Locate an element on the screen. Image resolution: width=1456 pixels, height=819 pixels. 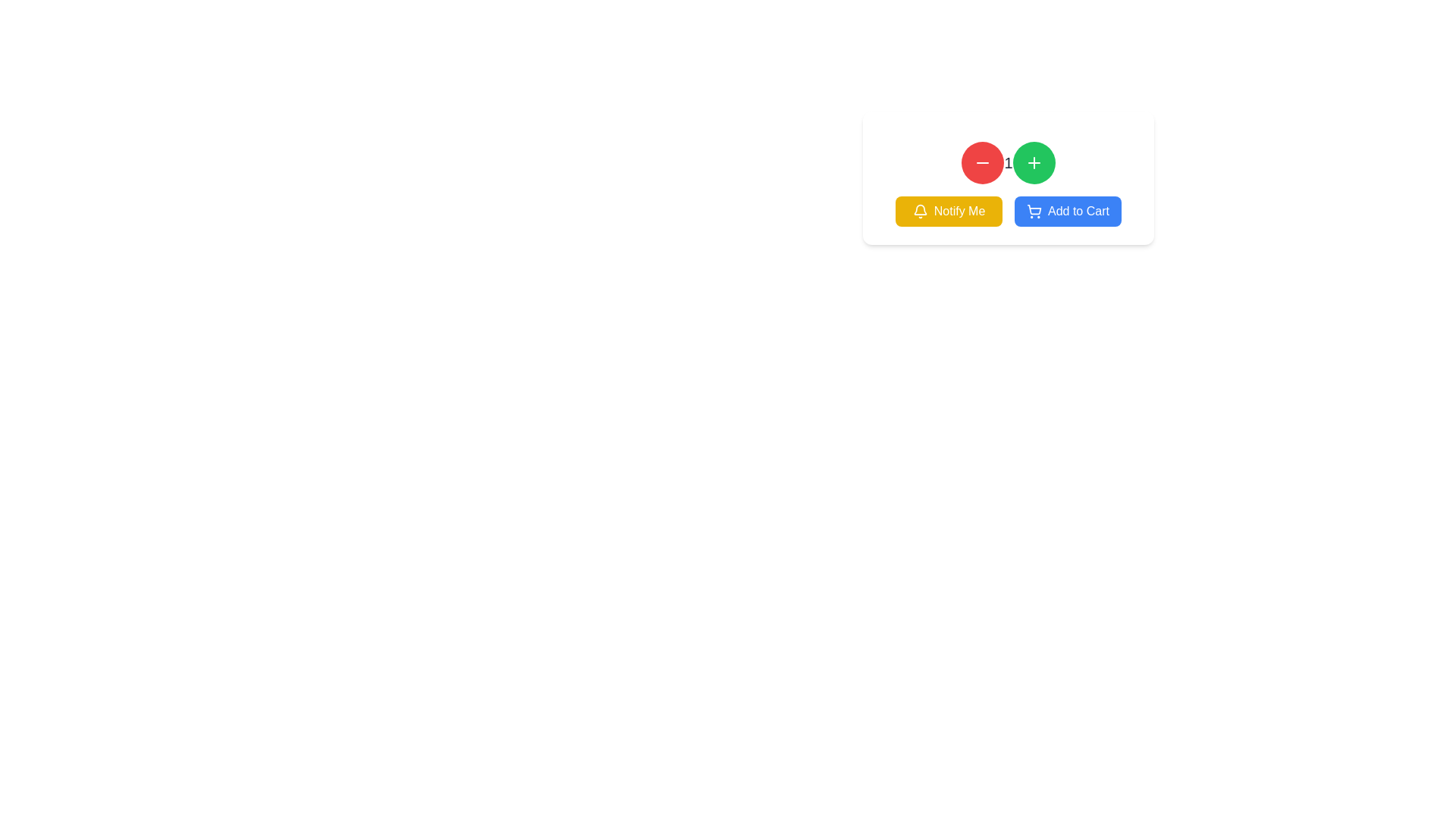
the notification icon located on the left side of the 'Notify Me' button, which symbolizes notifications or alerts is located at coordinates (919, 211).